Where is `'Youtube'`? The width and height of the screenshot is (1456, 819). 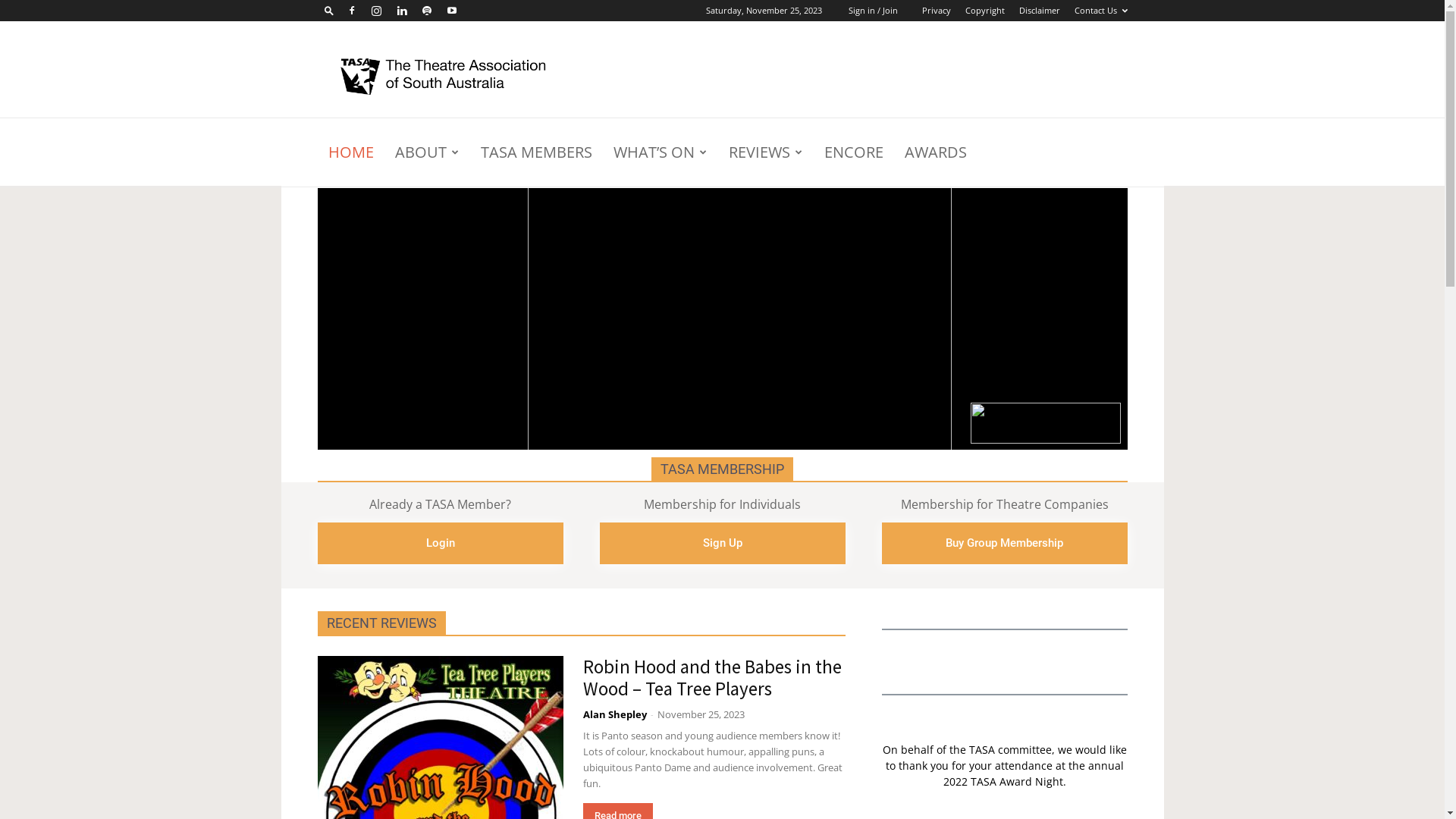 'Youtube' is located at coordinates (450, 11).